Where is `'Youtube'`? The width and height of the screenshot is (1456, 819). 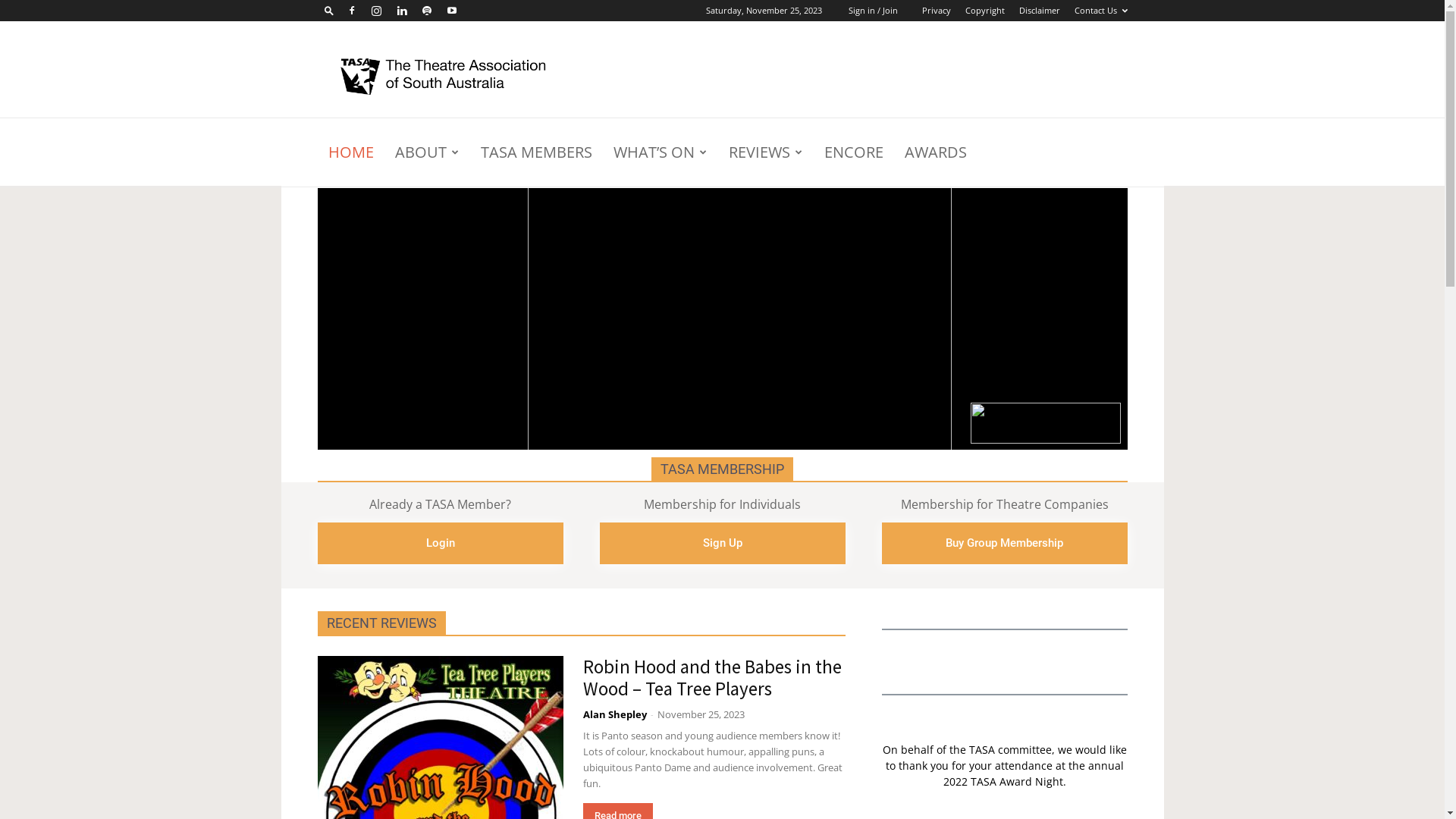 'Youtube' is located at coordinates (450, 11).